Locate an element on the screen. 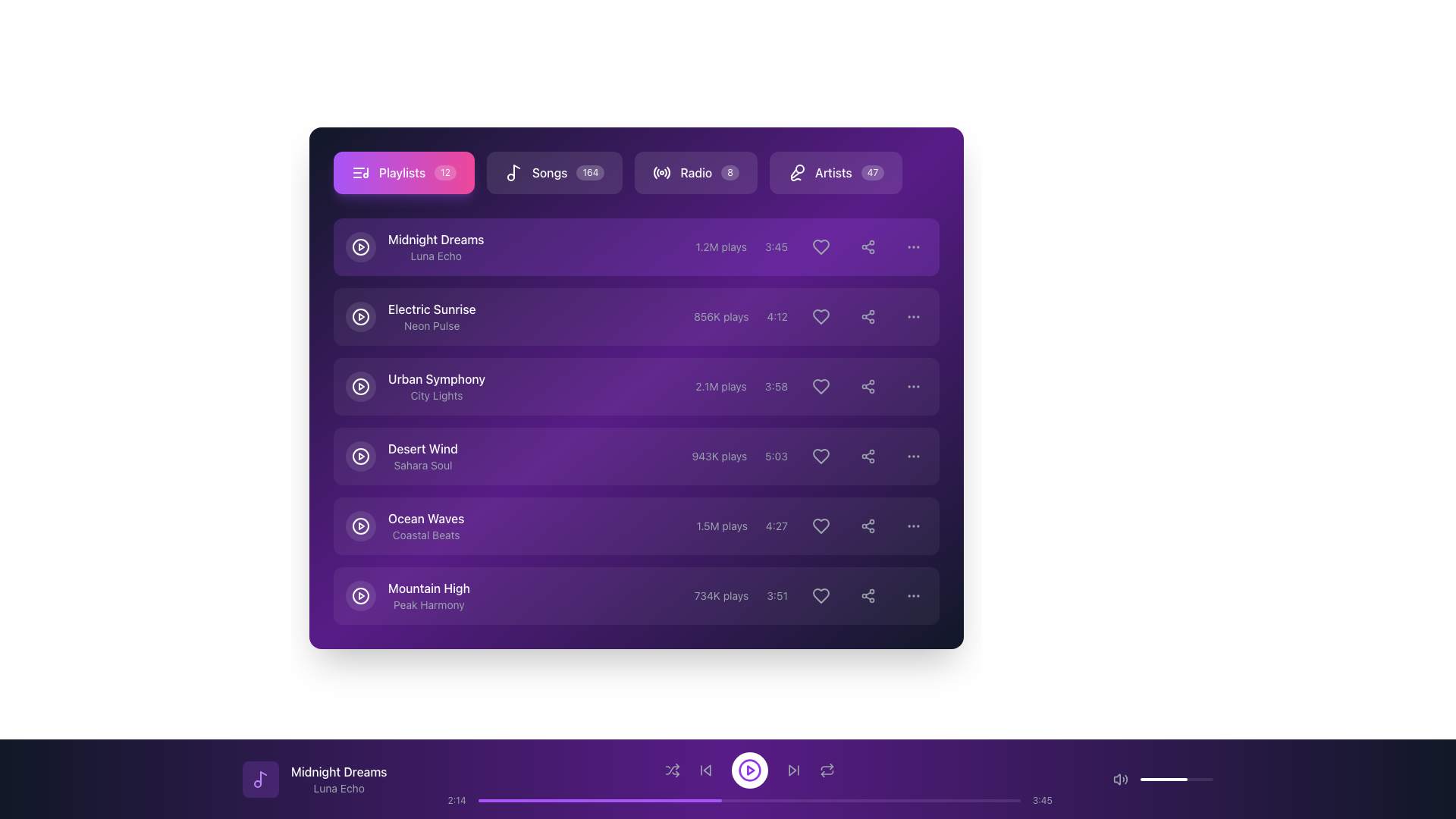  the progress bar located at the bottom right section of the interface is located at coordinates (1175, 780).